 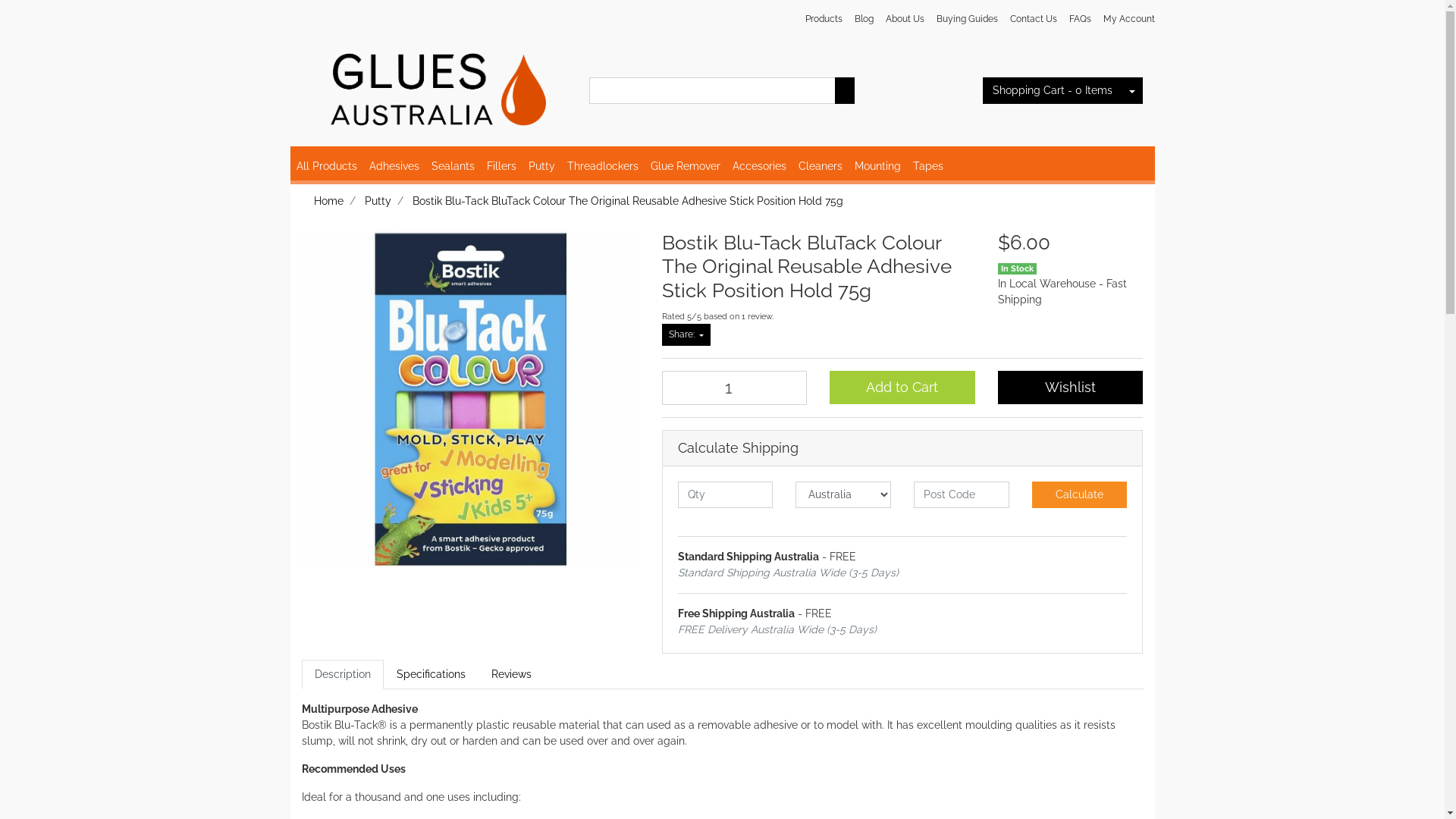 What do you see at coordinates (823, 18) in the screenshot?
I see `'Products'` at bounding box center [823, 18].